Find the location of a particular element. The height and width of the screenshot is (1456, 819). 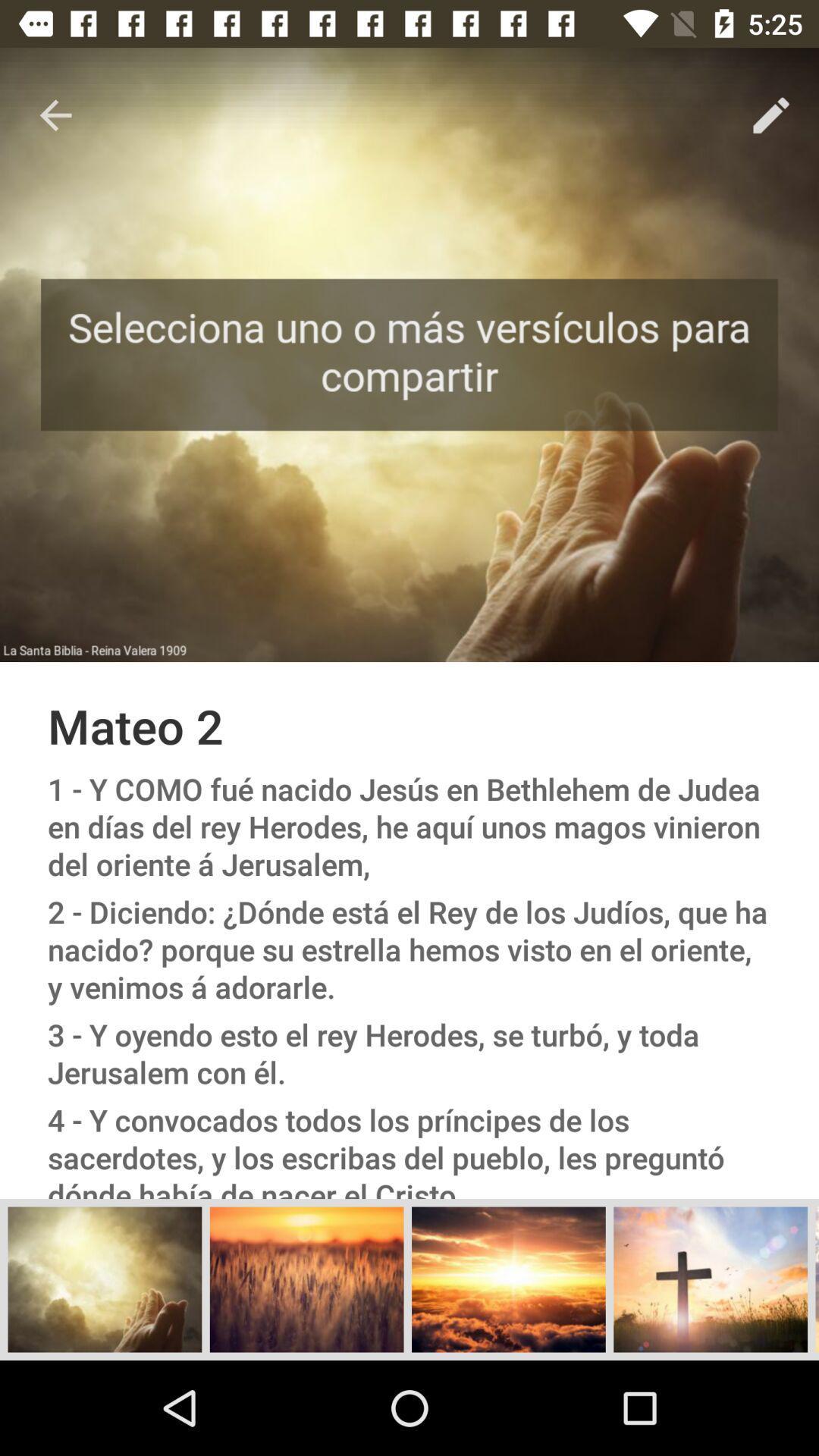

the item at the top right corner is located at coordinates (771, 115).